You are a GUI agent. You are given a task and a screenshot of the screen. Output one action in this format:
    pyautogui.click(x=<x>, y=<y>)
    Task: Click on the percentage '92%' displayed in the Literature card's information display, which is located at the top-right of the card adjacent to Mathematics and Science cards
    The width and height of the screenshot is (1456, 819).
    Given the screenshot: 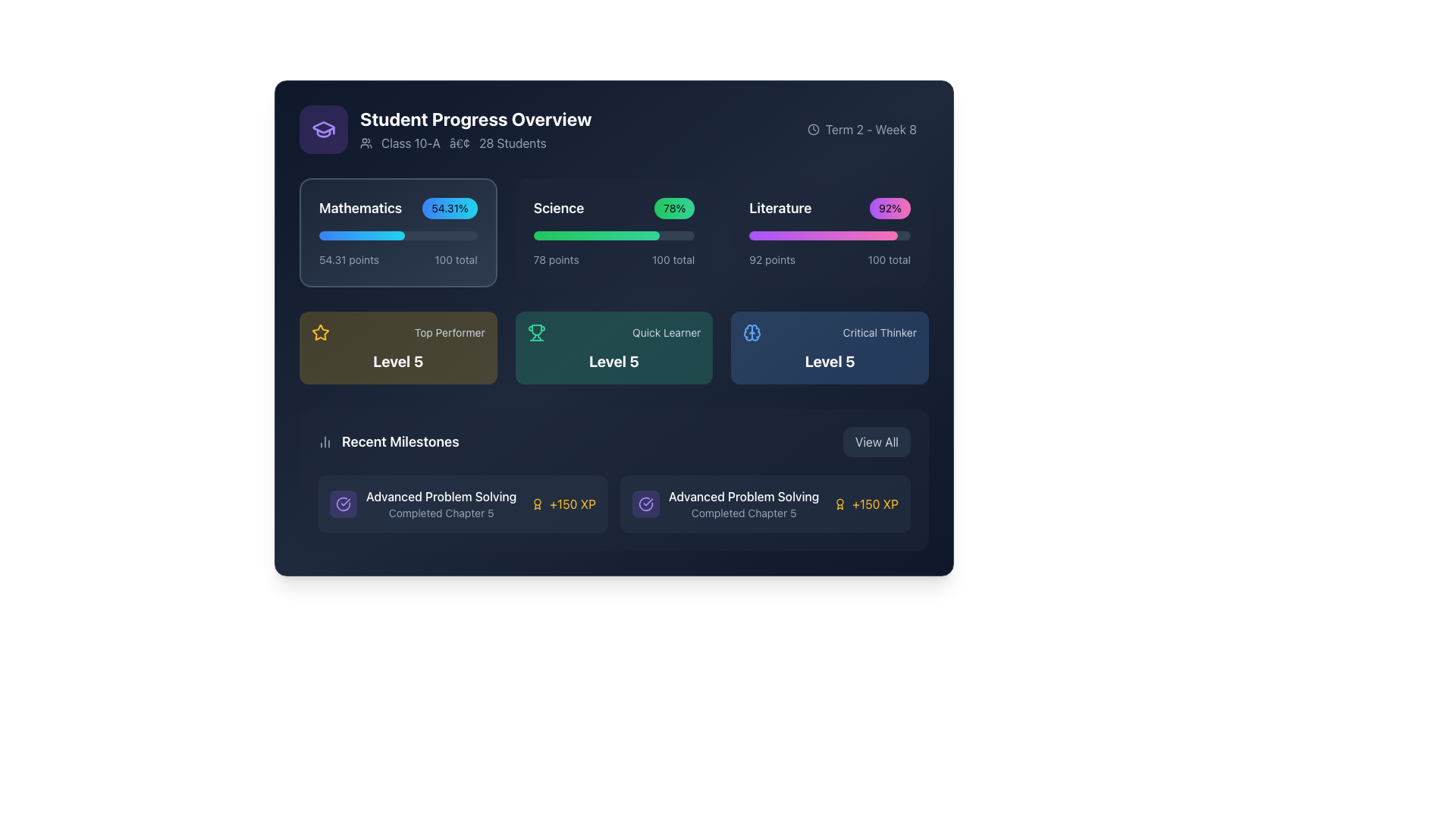 What is the action you would take?
    pyautogui.click(x=829, y=208)
    